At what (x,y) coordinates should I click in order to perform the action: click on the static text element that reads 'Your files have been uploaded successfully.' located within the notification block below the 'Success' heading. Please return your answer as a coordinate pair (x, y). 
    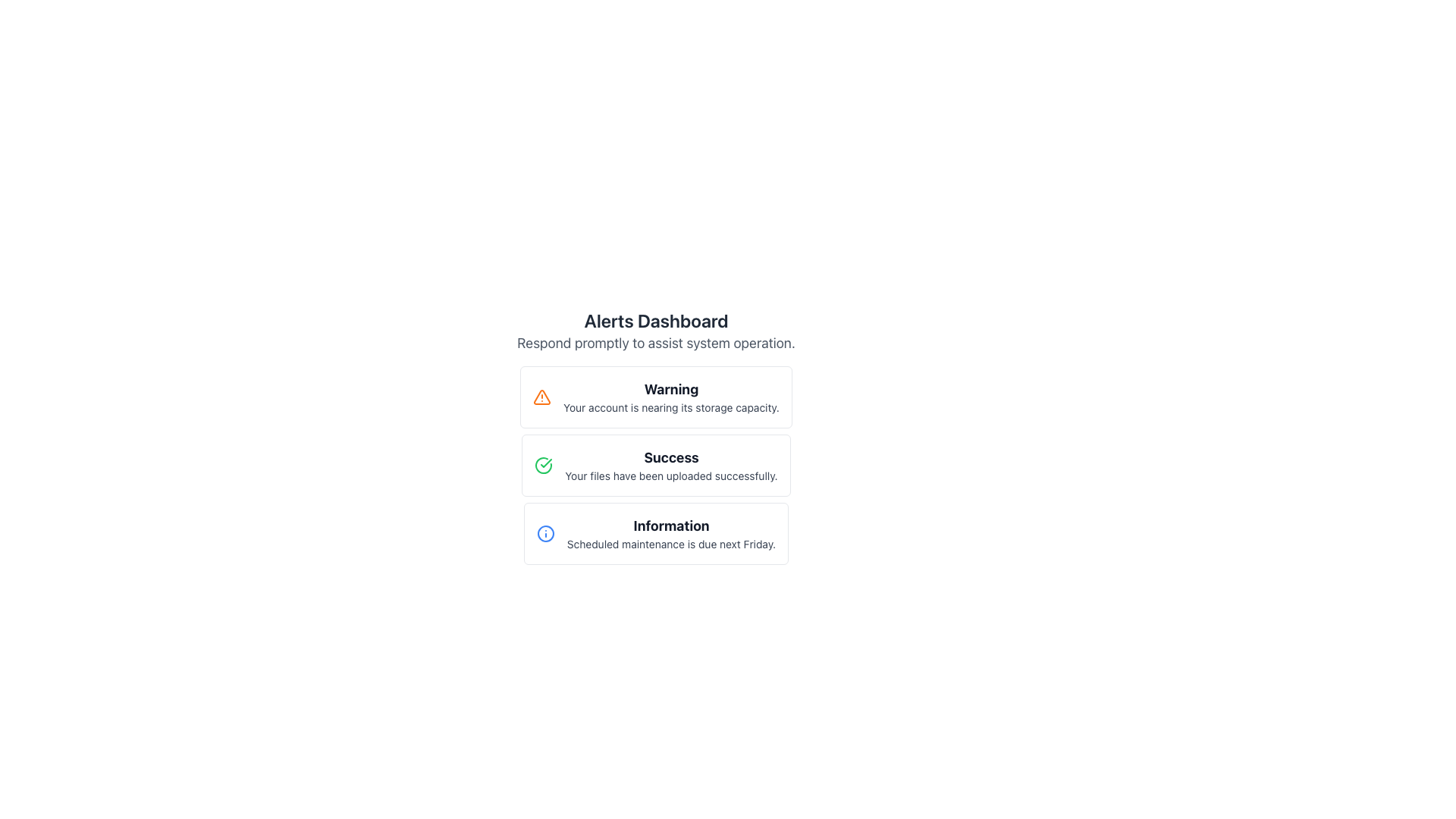
    Looking at the image, I should click on (670, 475).